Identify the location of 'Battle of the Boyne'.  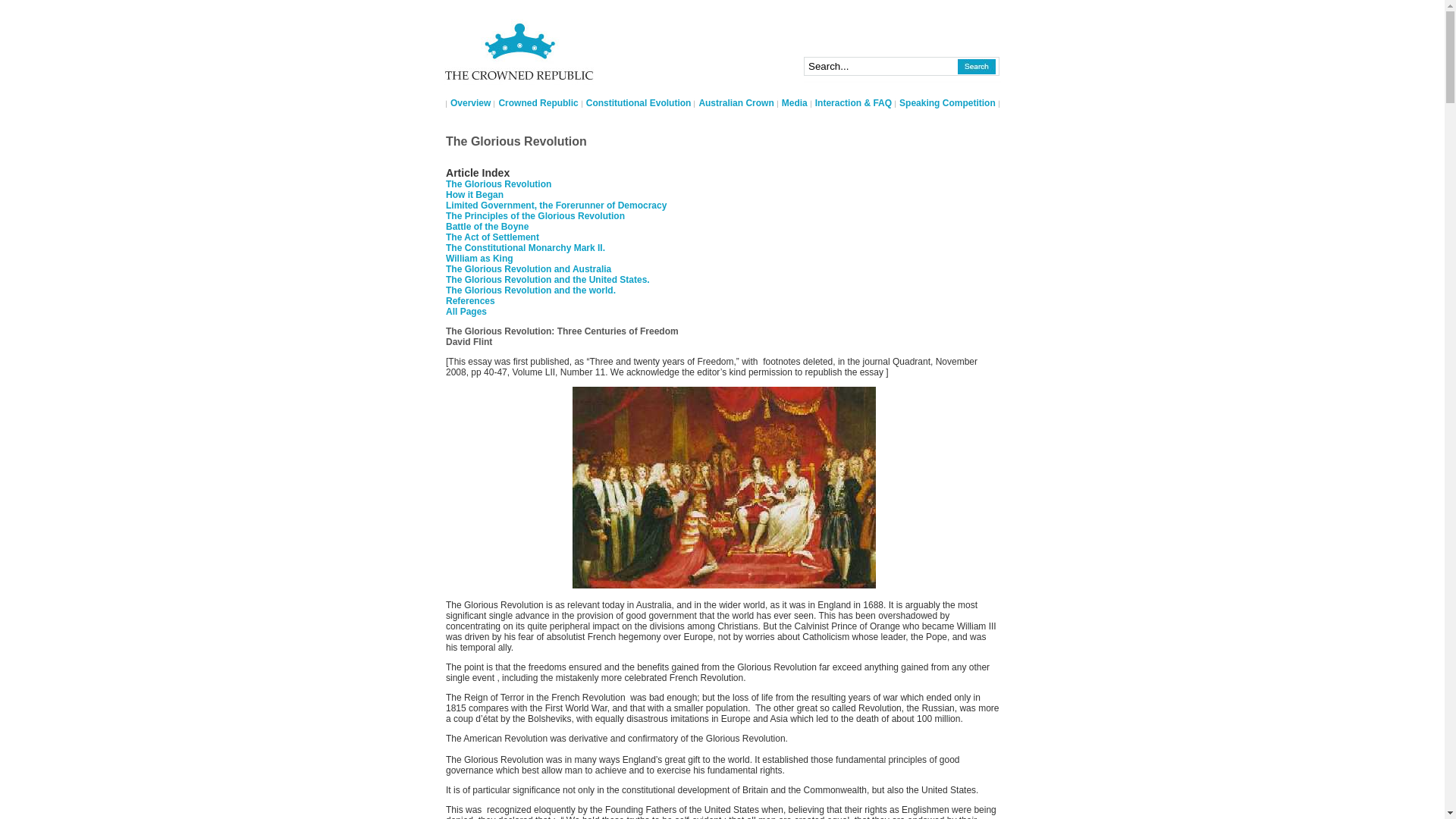
(487, 227).